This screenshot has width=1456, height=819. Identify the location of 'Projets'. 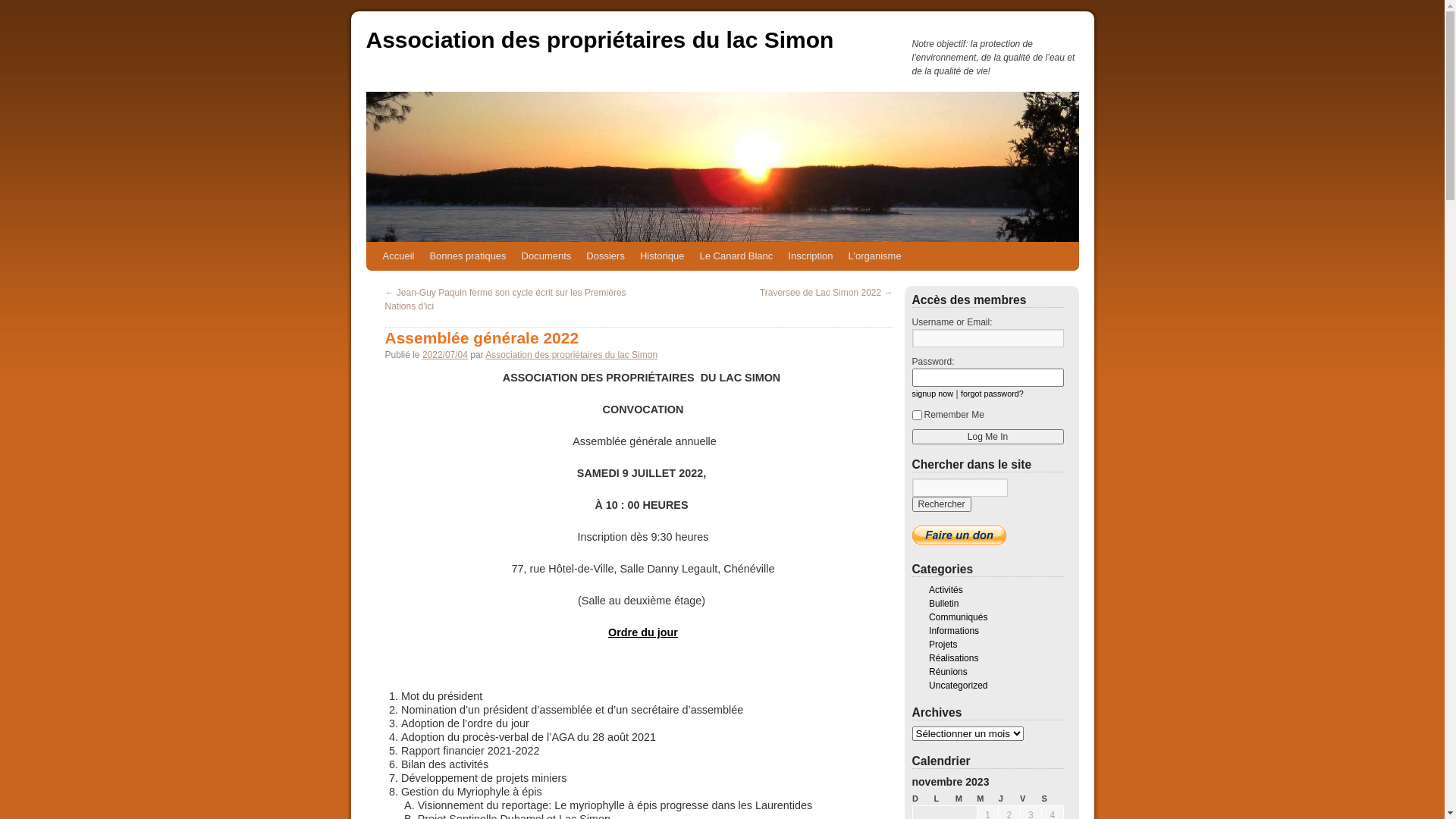
(942, 644).